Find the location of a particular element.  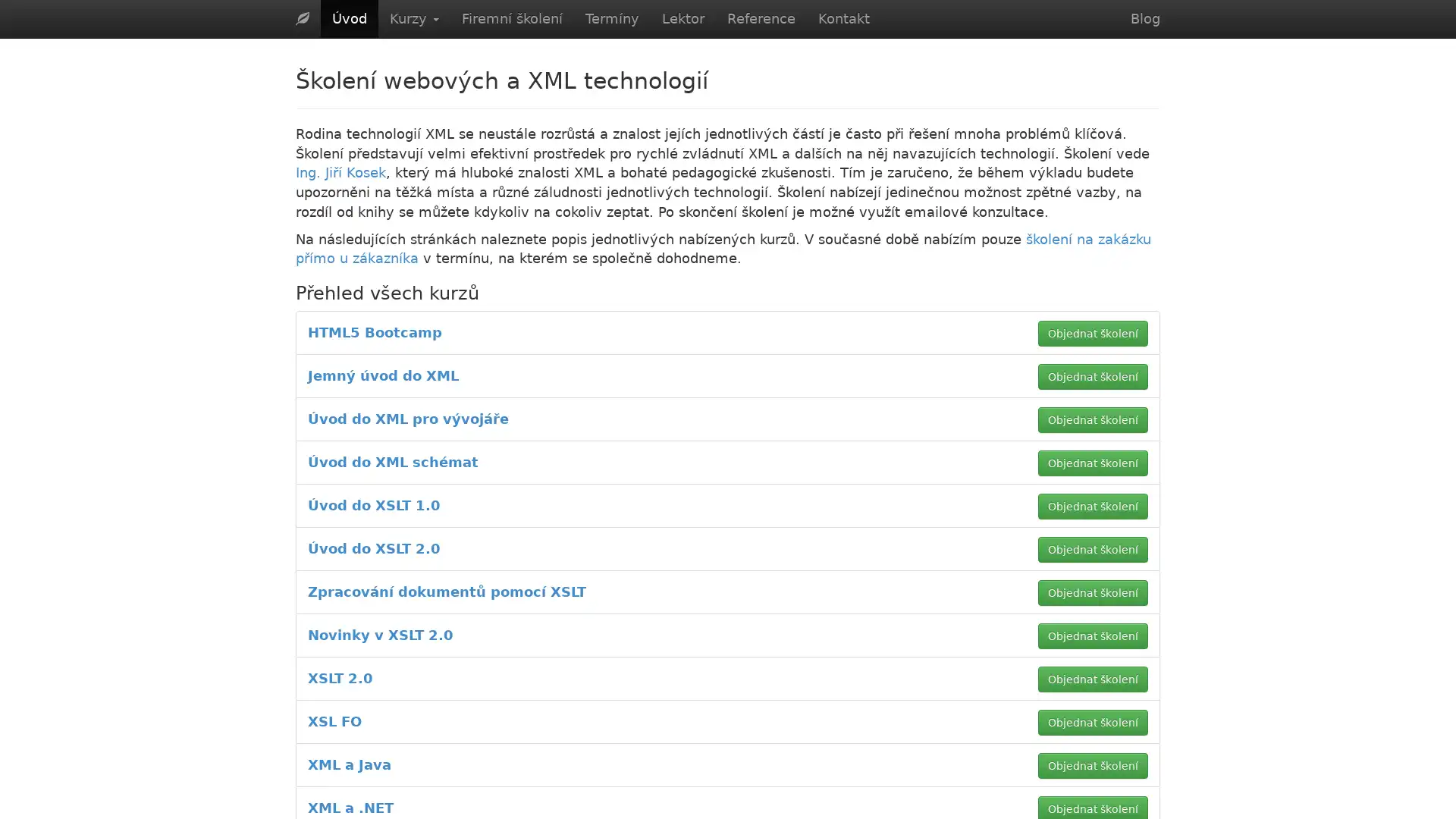

Objednat skoleni is located at coordinates (1093, 592).